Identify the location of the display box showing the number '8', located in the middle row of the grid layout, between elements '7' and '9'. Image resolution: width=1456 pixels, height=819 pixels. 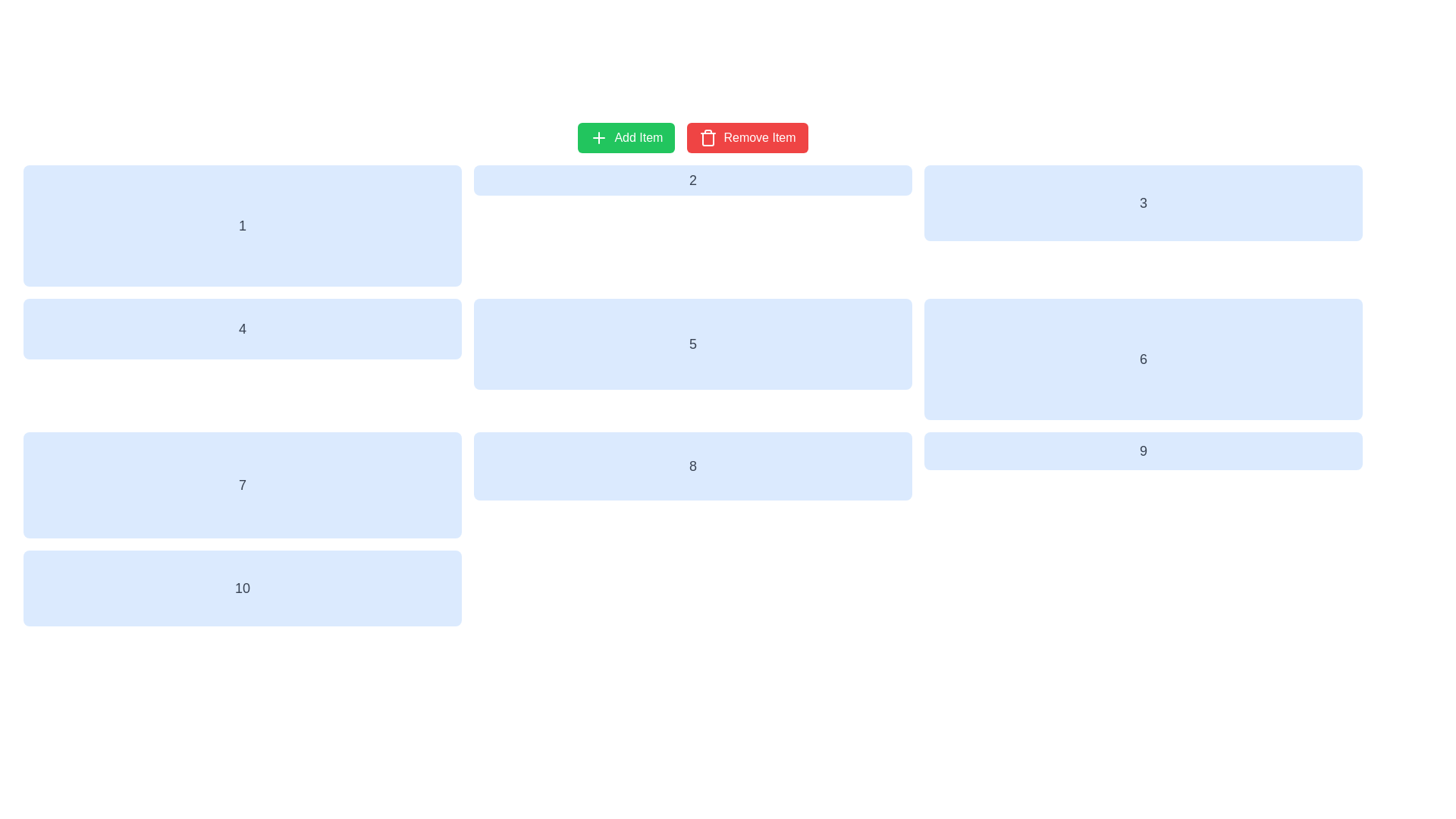
(692, 465).